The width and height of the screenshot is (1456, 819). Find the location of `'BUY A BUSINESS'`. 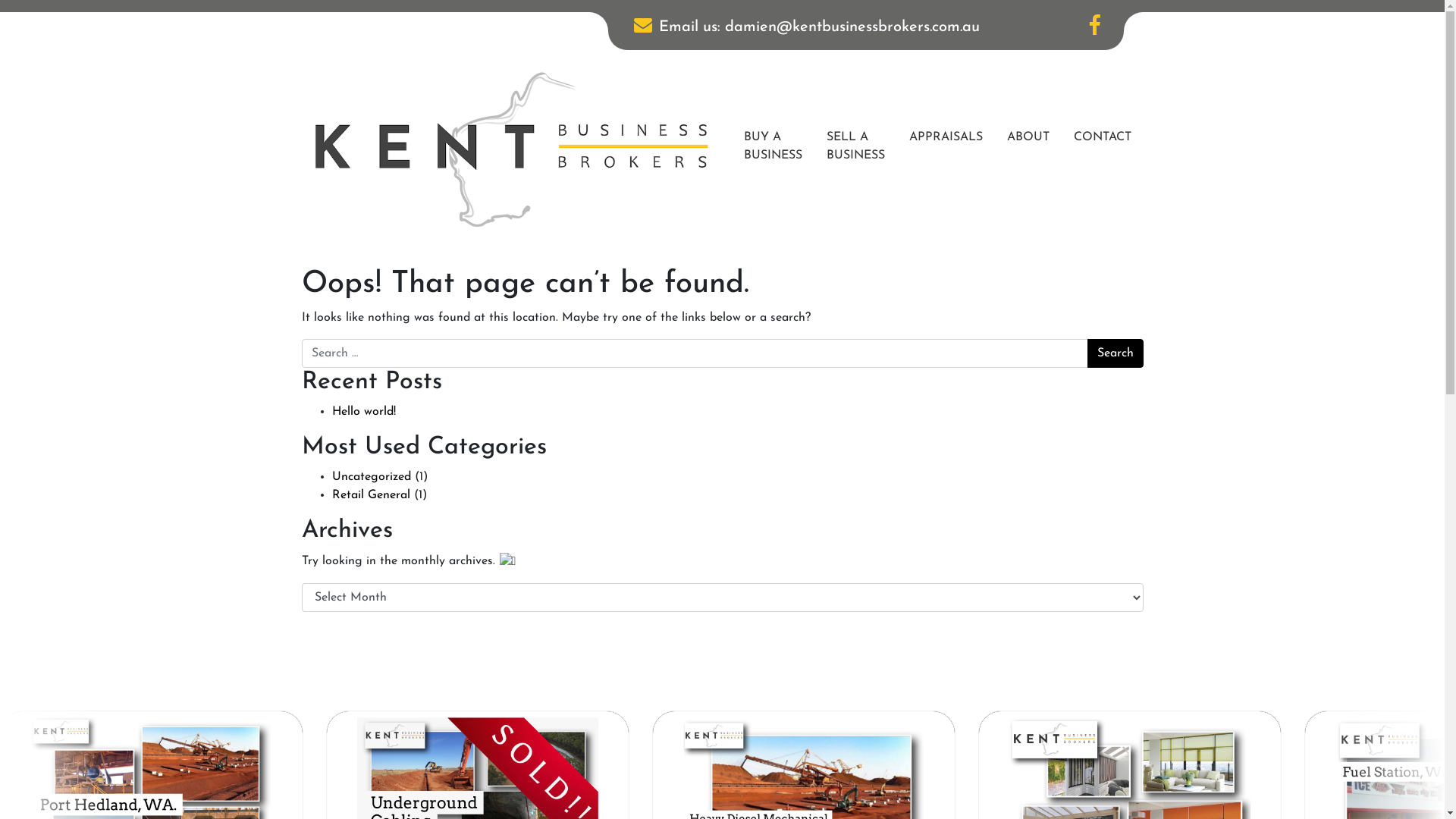

'BUY A BUSINESS' is located at coordinates (772, 146).